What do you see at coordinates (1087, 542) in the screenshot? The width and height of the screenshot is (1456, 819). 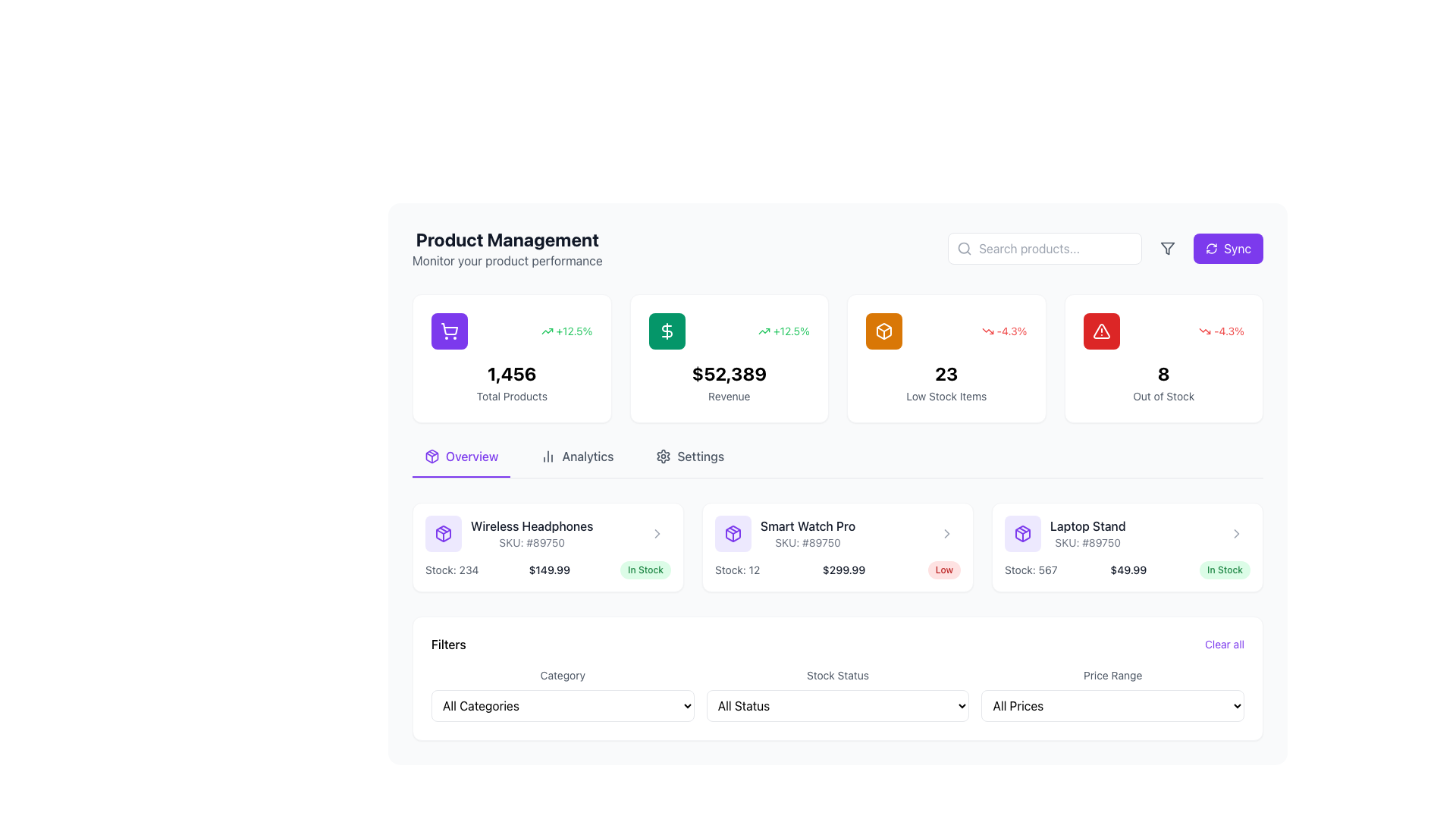 I see `the Text Label displaying 'SKU: #89750', which is positioned below the title 'Laptop Stand' in the product card` at bounding box center [1087, 542].